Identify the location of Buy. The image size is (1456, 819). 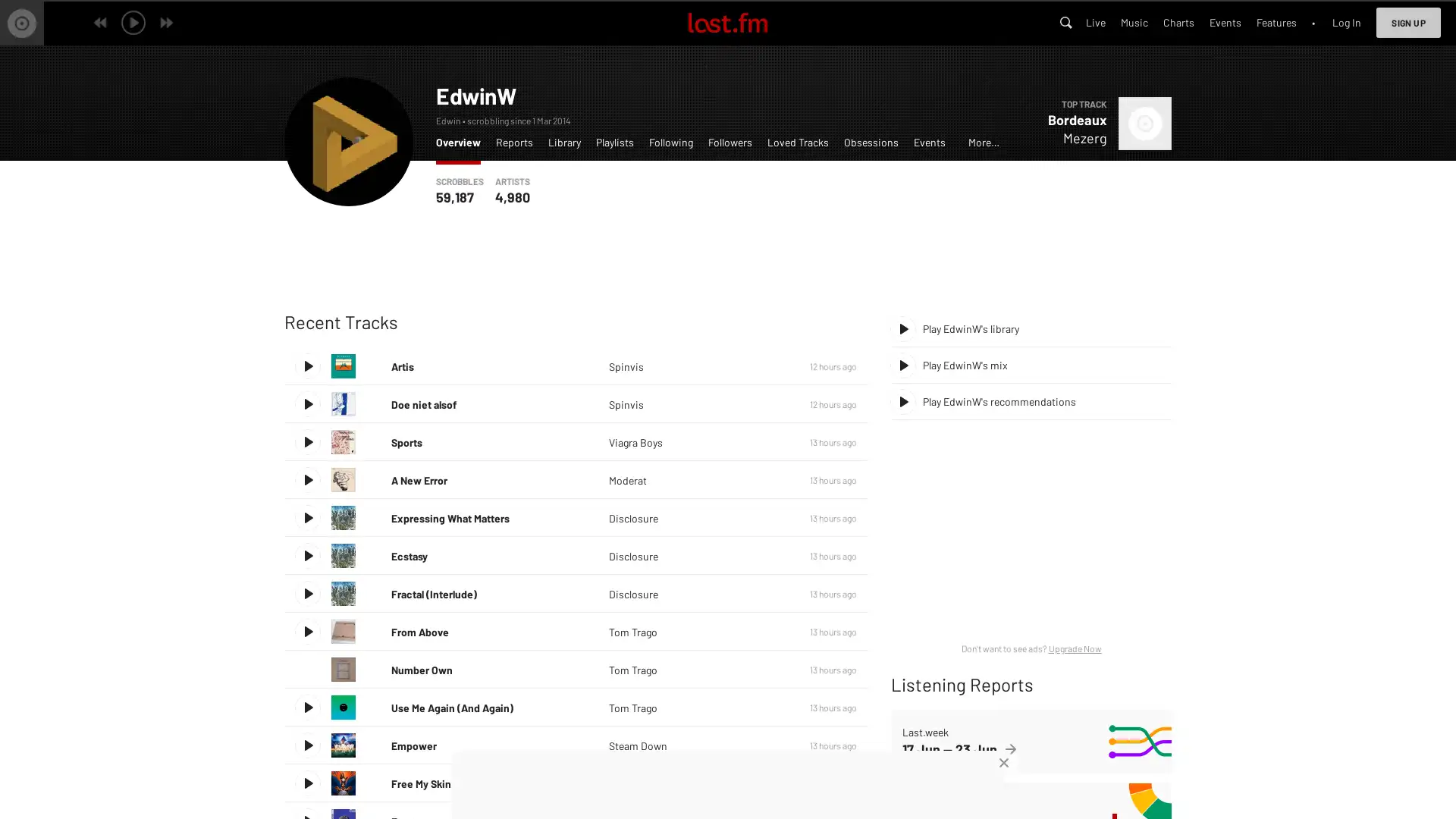
(764, 479).